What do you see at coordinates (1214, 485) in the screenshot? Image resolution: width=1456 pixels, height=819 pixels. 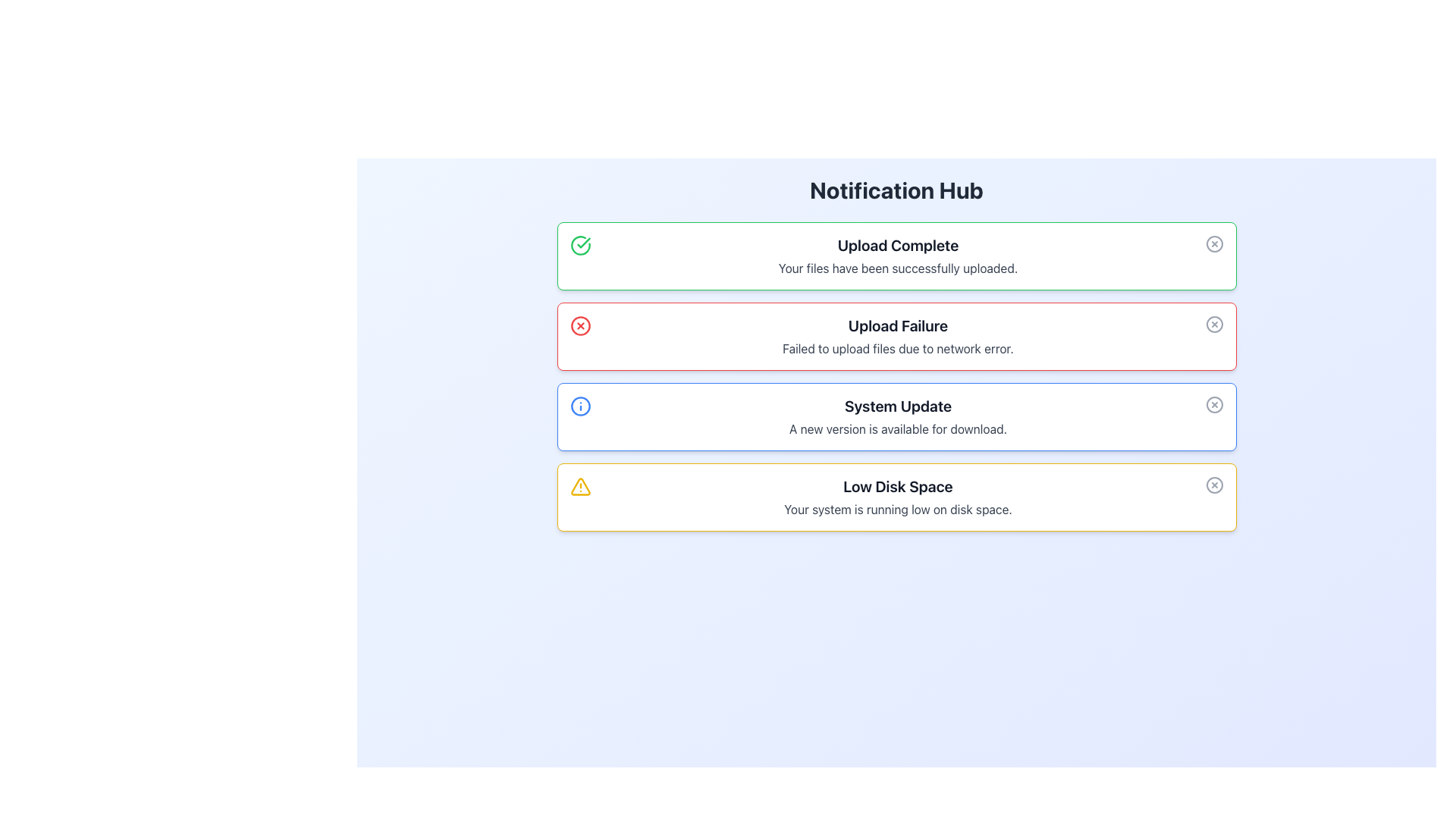 I see `the SVG Circle that serves as a decorative part of the 'X' icon for dismissing the associated notification, located at the center of the icon on the far right of the 'Low Disk Space' notification card` at bounding box center [1214, 485].